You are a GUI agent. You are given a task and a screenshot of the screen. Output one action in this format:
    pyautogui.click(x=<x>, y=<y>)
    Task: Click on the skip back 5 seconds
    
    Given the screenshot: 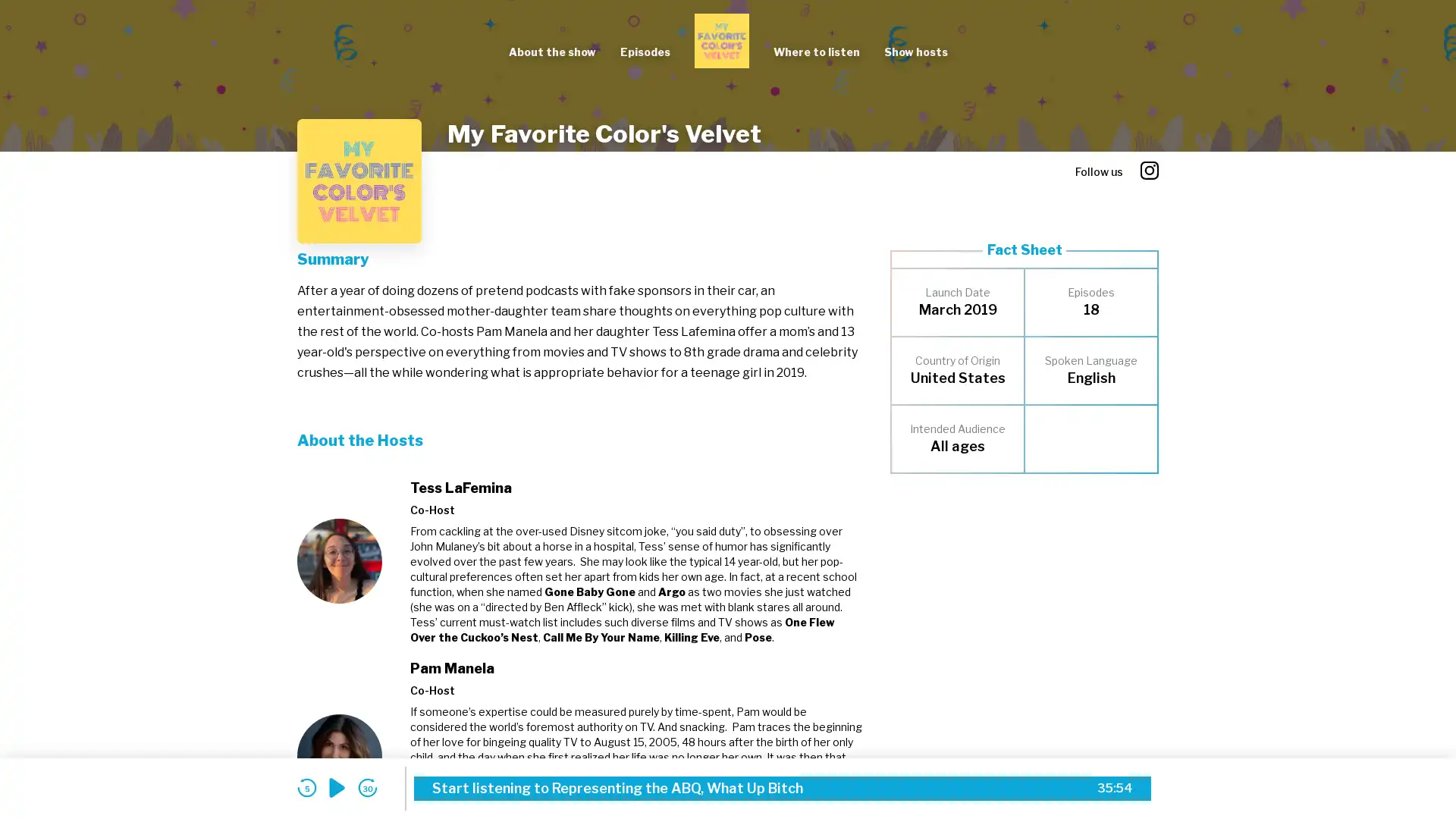 What is the action you would take?
    pyautogui.click(x=306, y=787)
    